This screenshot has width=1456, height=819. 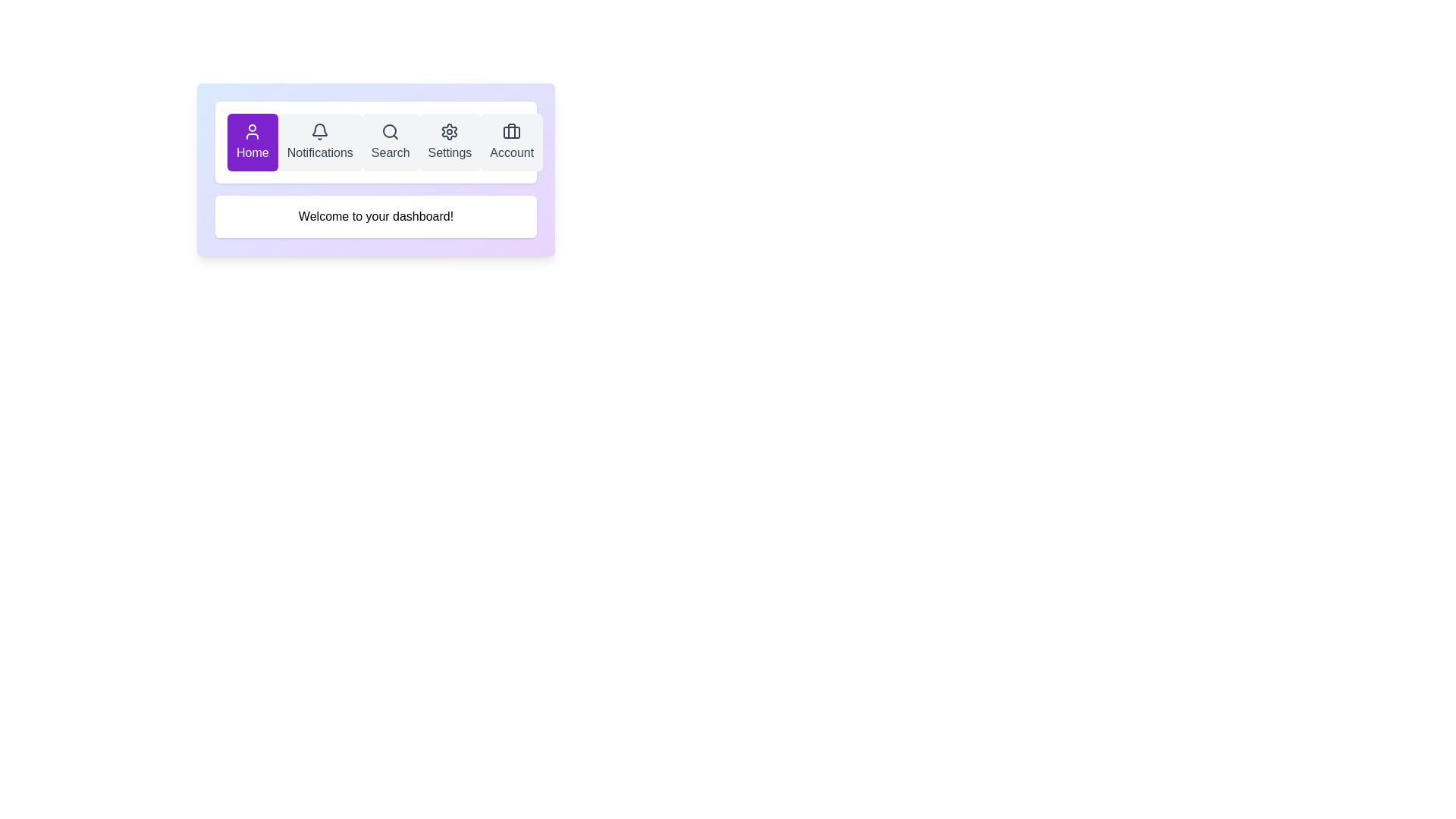 What do you see at coordinates (391, 152) in the screenshot?
I see `the search label in the navigation toolbar, which is the third element from the left, aligned with the magnifying glass icon` at bounding box center [391, 152].